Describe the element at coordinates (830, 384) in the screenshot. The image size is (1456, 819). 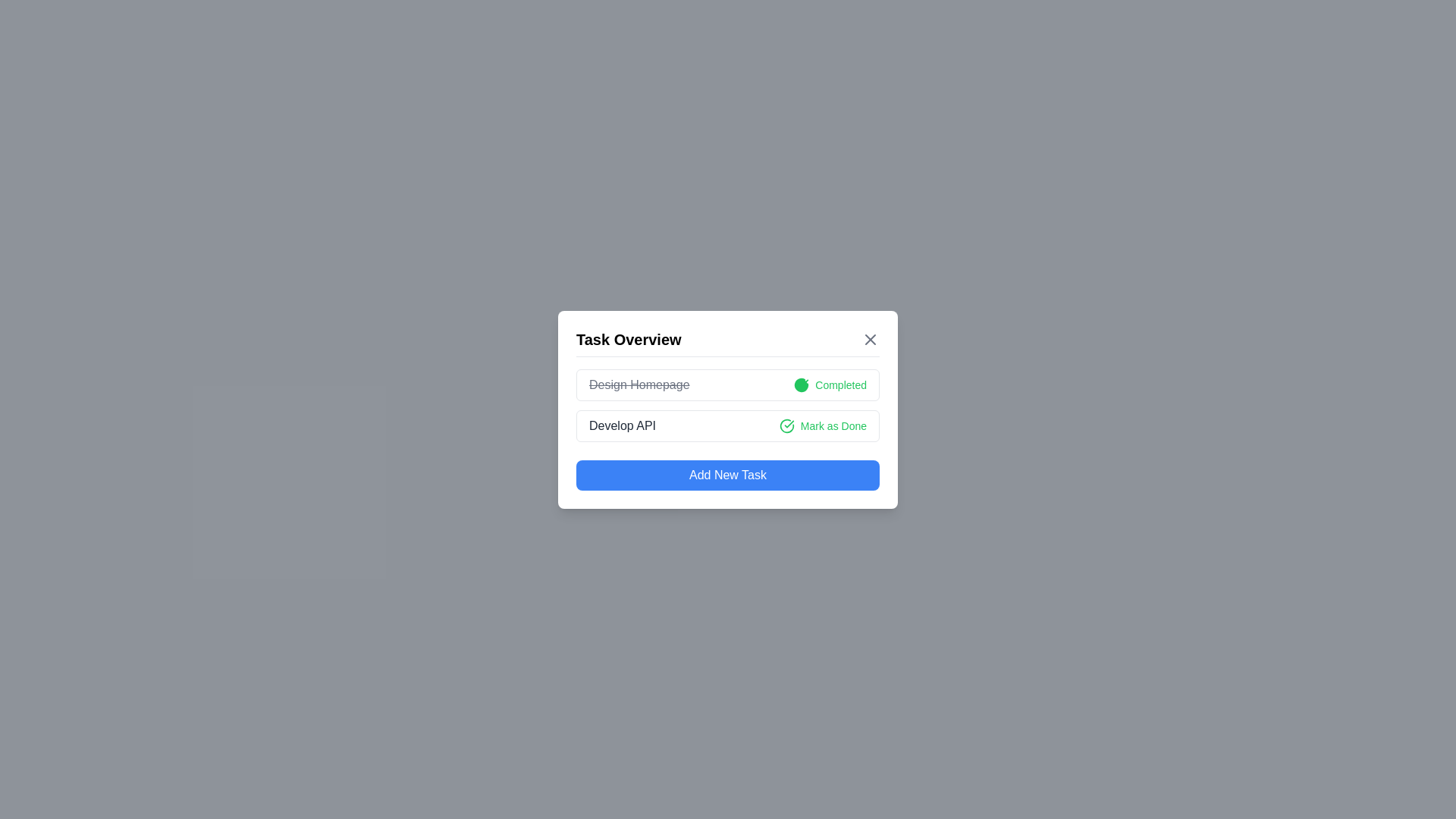
I see `the text label indicating the completion status of a task, which is horizontally aligned to the right of the 'Design Homepage' text` at that location.